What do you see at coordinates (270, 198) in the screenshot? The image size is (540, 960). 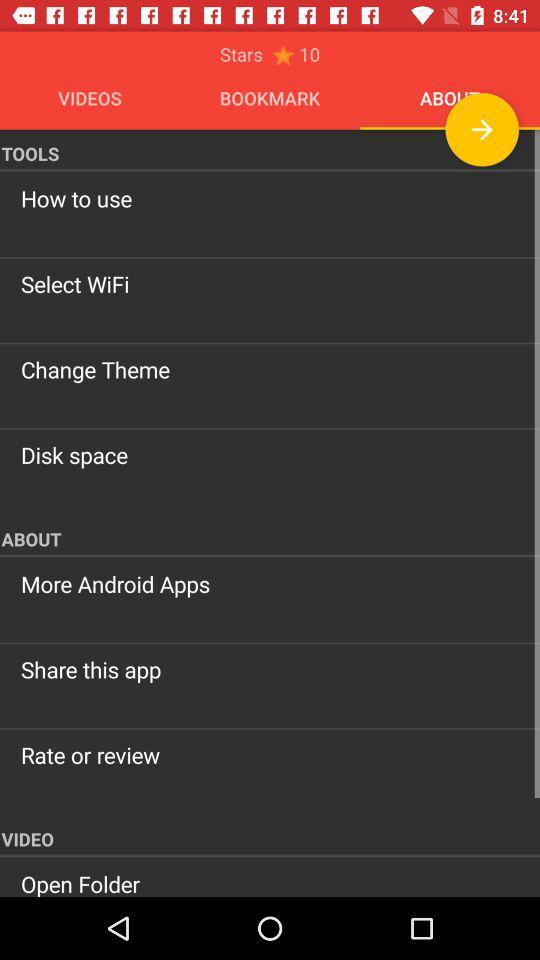 I see `the item below tools icon` at bounding box center [270, 198].